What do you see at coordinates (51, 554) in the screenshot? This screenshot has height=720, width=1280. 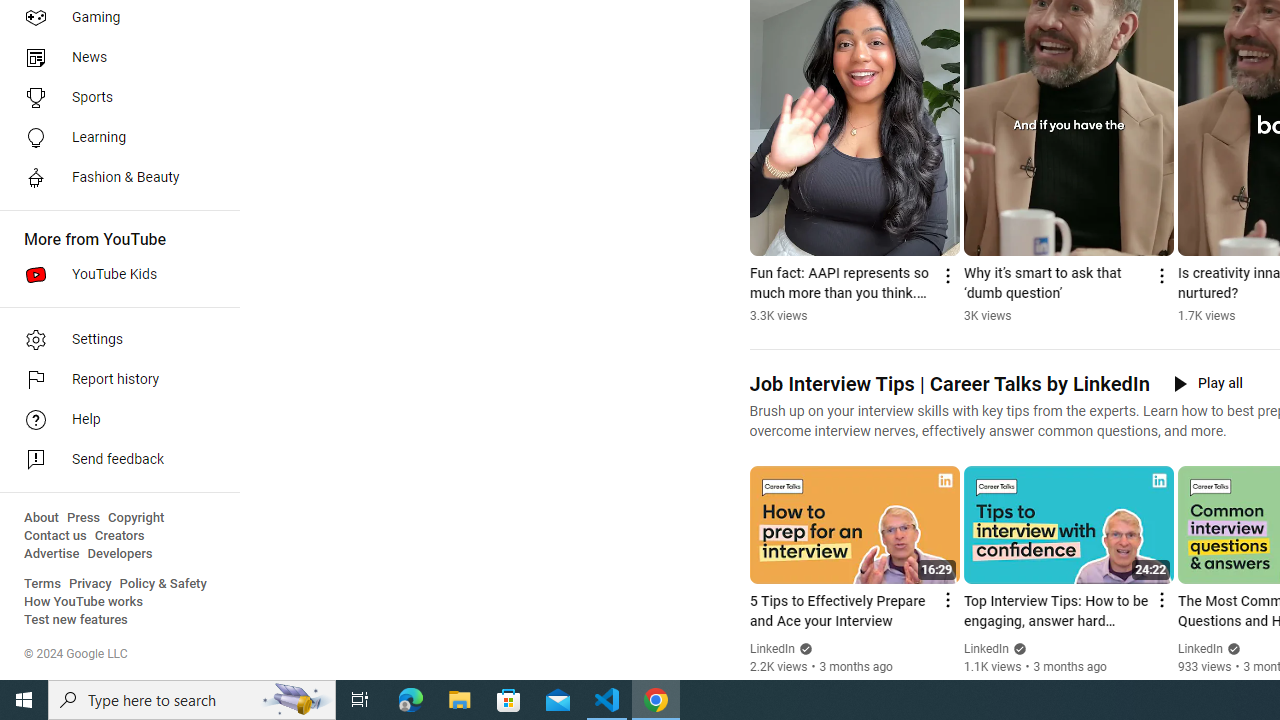 I see `'Advertise'` at bounding box center [51, 554].